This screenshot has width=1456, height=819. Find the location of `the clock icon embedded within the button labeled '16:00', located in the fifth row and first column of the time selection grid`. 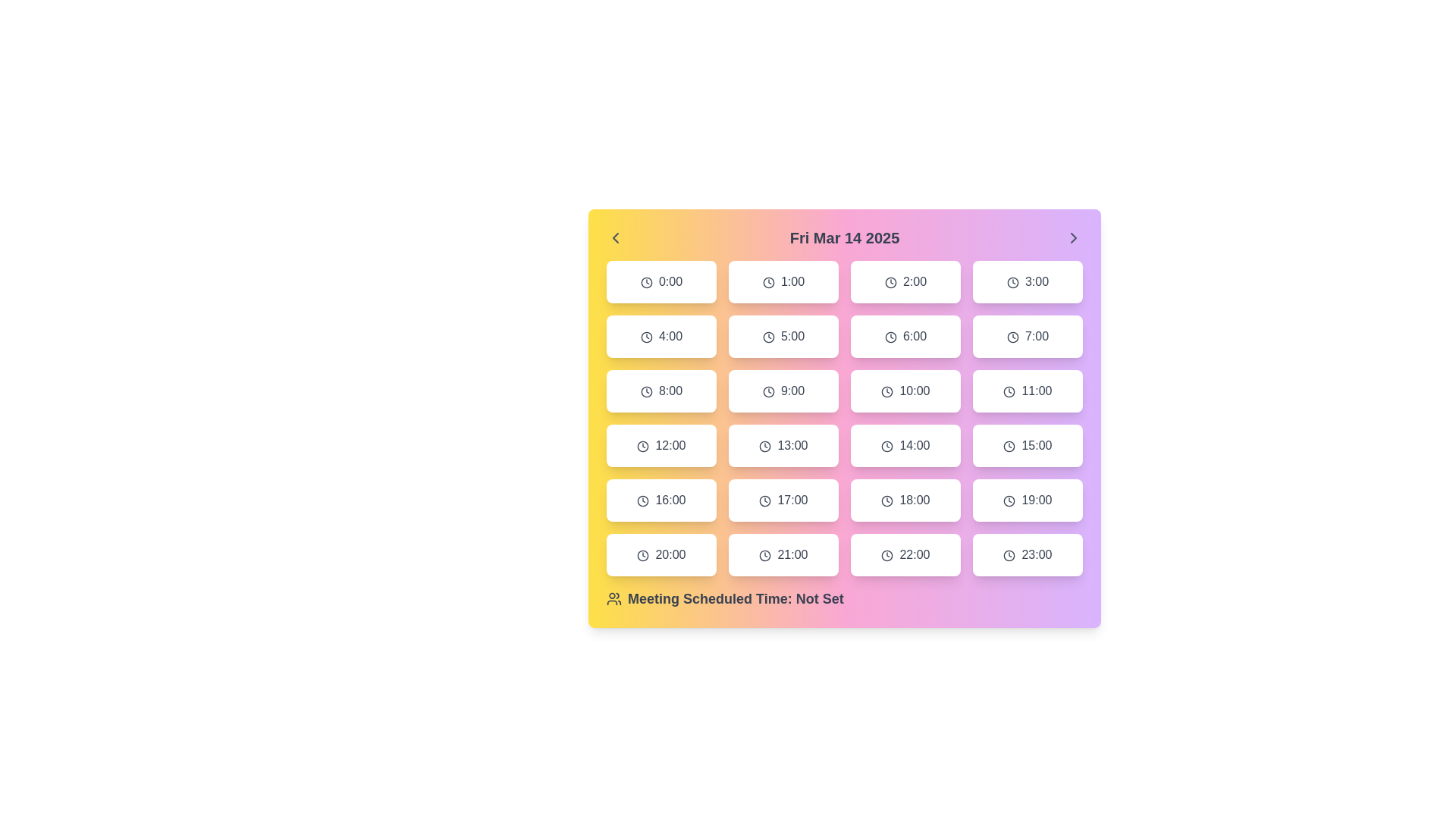

the clock icon embedded within the button labeled '16:00', located in the fifth row and first column of the time selection grid is located at coordinates (643, 500).